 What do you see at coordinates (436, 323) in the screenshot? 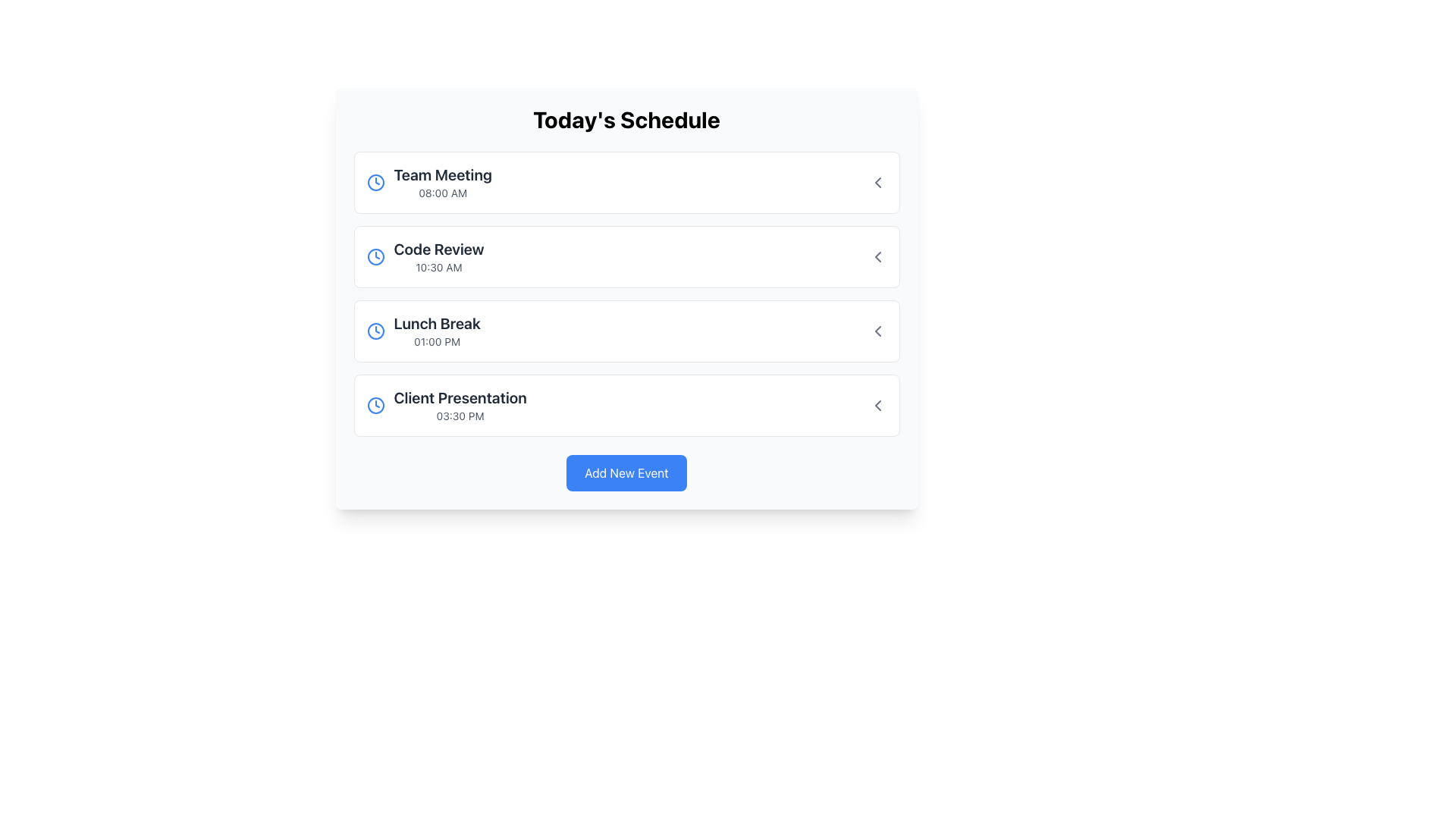
I see `text label indicating the title of the event located in the third row of the event list, aligned to the left above the time '01:00 PM'` at bounding box center [436, 323].